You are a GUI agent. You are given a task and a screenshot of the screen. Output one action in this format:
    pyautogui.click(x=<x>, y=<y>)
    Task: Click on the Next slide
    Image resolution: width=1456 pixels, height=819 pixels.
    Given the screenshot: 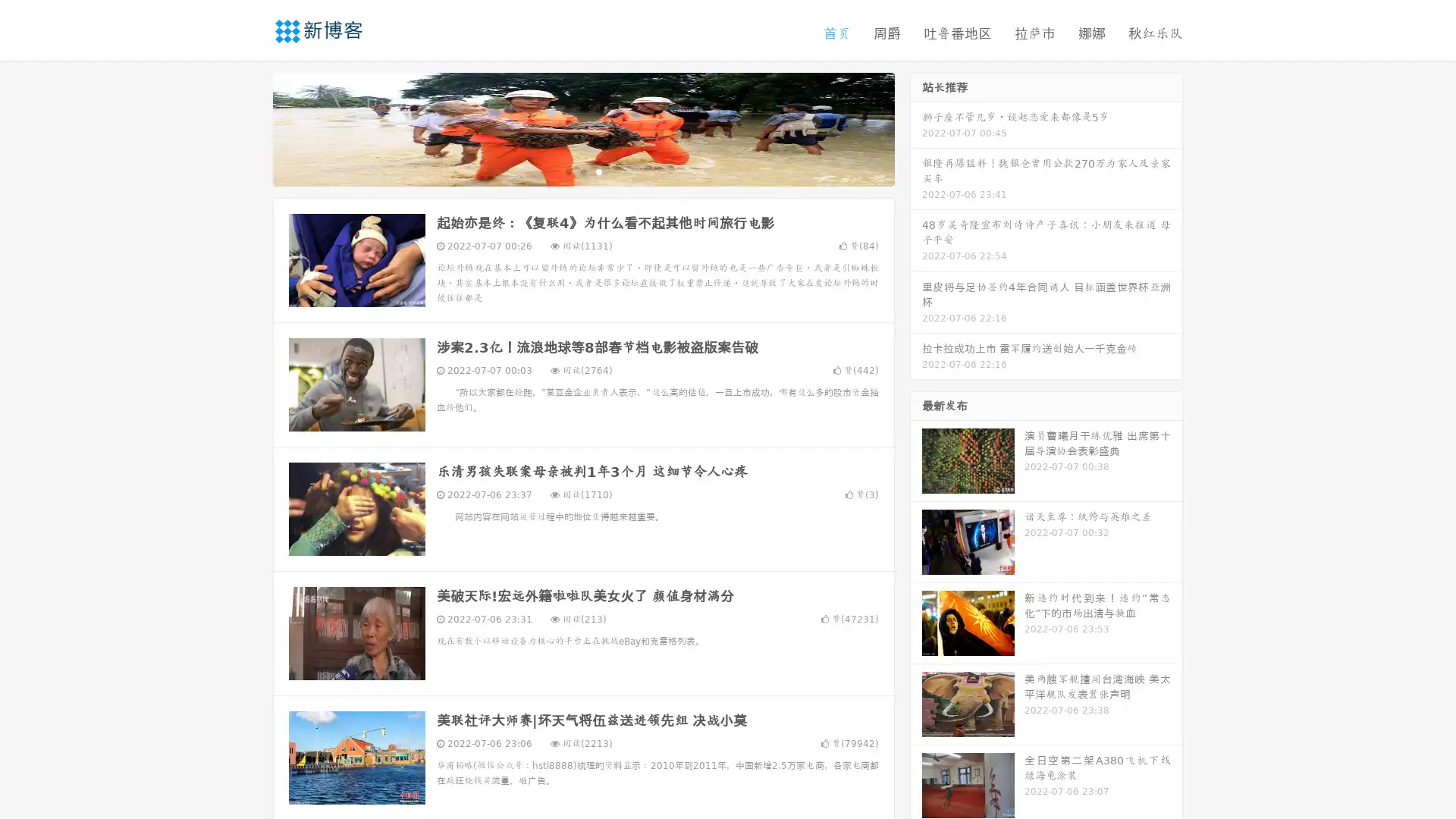 What is the action you would take?
    pyautogui.click(x=916, y=127)
    